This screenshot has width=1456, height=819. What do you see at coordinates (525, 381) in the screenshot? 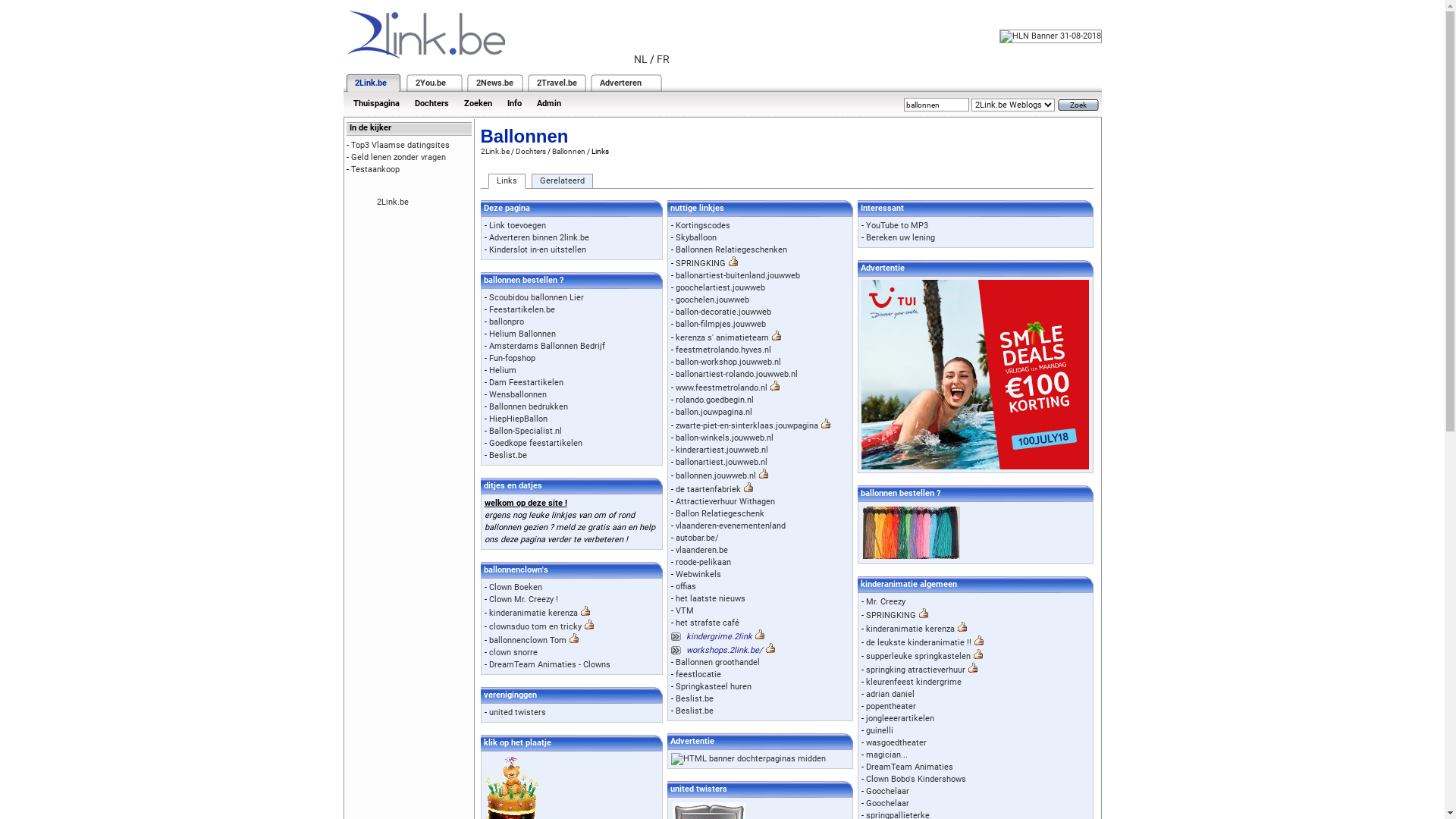
I see `'Dam Feestartikelen'` at bounding box center [525, 381].